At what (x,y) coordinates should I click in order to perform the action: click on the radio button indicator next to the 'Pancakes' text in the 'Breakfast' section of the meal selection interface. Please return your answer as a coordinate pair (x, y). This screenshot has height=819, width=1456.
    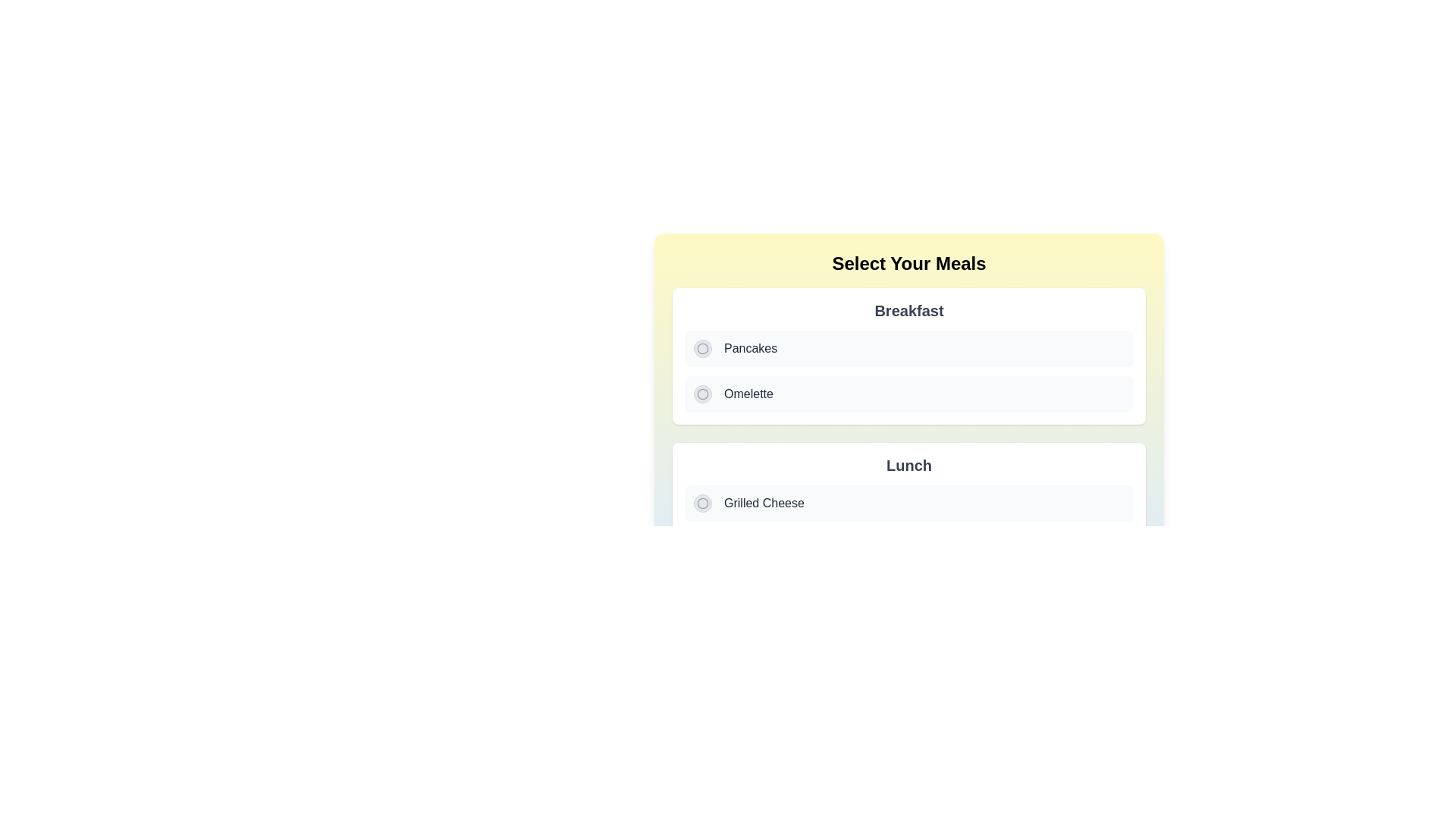
    Looking at the image, I should click on (701, 348).